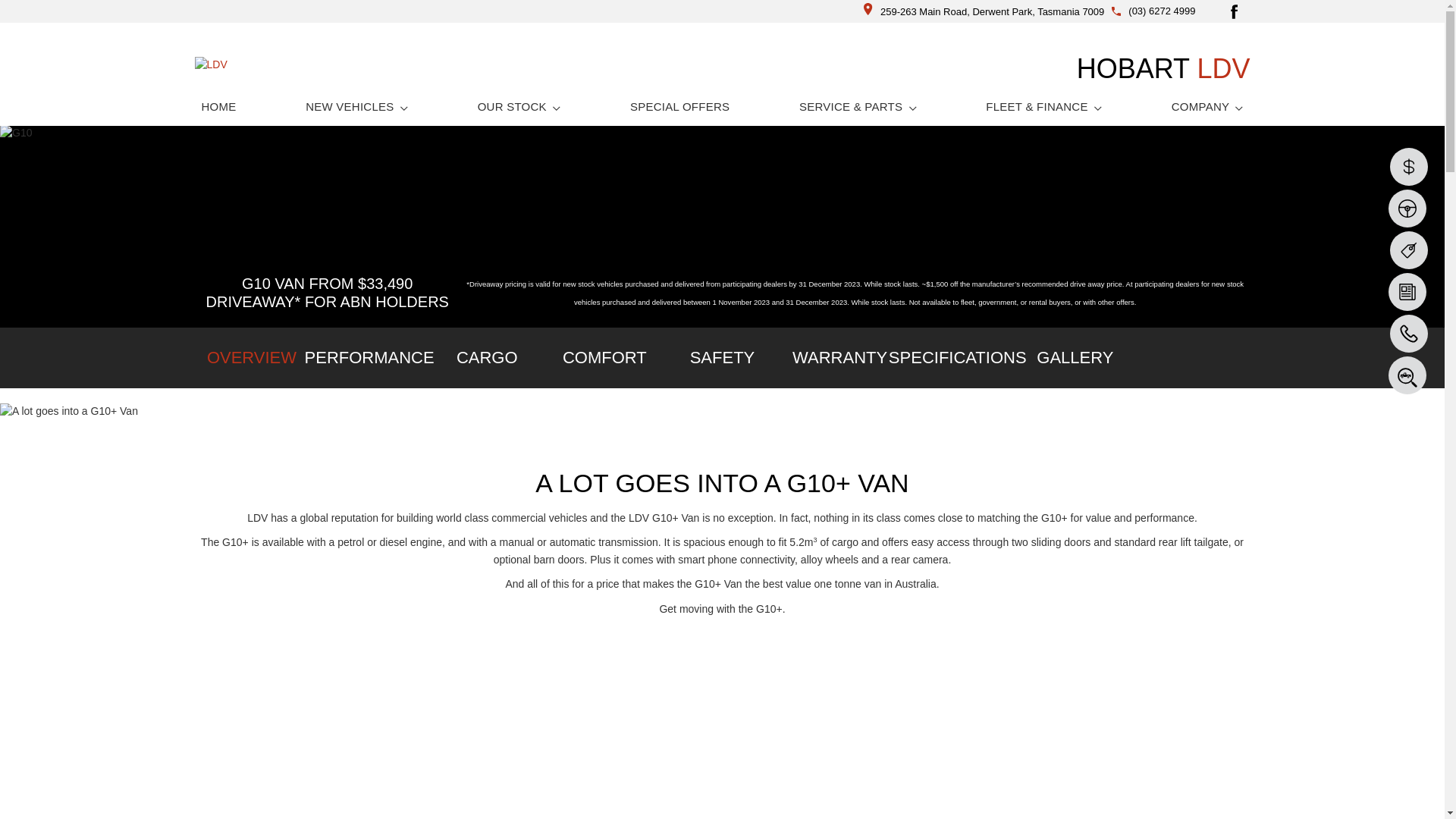 This screenshot has width=1456, height=819. What do you see at coordinates (369, 357) in the screenshot?
I see `'PERFORMANCE'` at bounding box center [369, 357].